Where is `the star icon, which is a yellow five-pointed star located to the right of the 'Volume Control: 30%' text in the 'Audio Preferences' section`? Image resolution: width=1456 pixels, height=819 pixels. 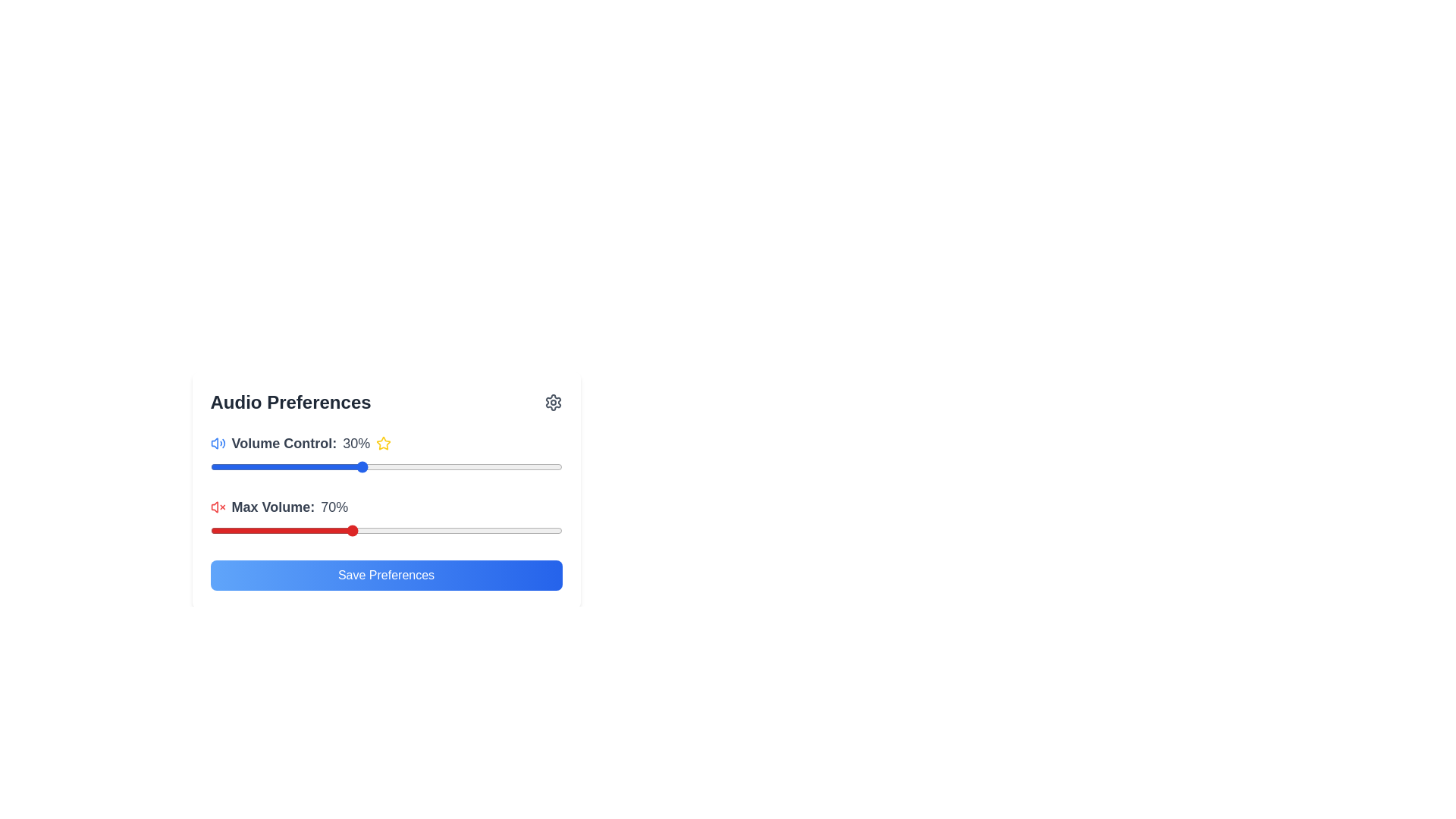 the star icon, which is a yellow five-pointed star located to the right of the 'Volume Control: 30%' text in the 'Audio Preferences' section is located at coordinates (384, 444).